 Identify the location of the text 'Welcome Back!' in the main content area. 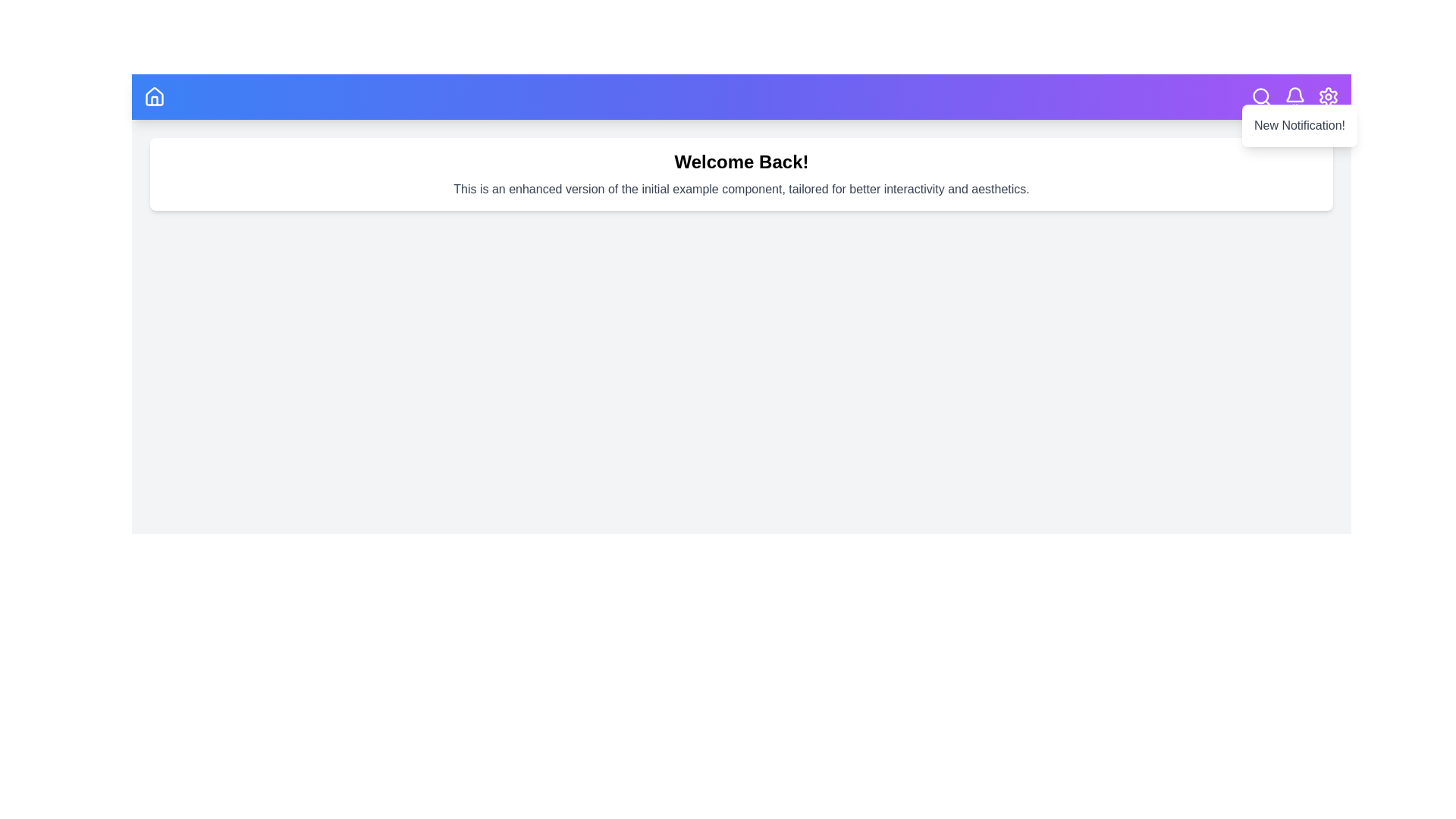
(162, 149).